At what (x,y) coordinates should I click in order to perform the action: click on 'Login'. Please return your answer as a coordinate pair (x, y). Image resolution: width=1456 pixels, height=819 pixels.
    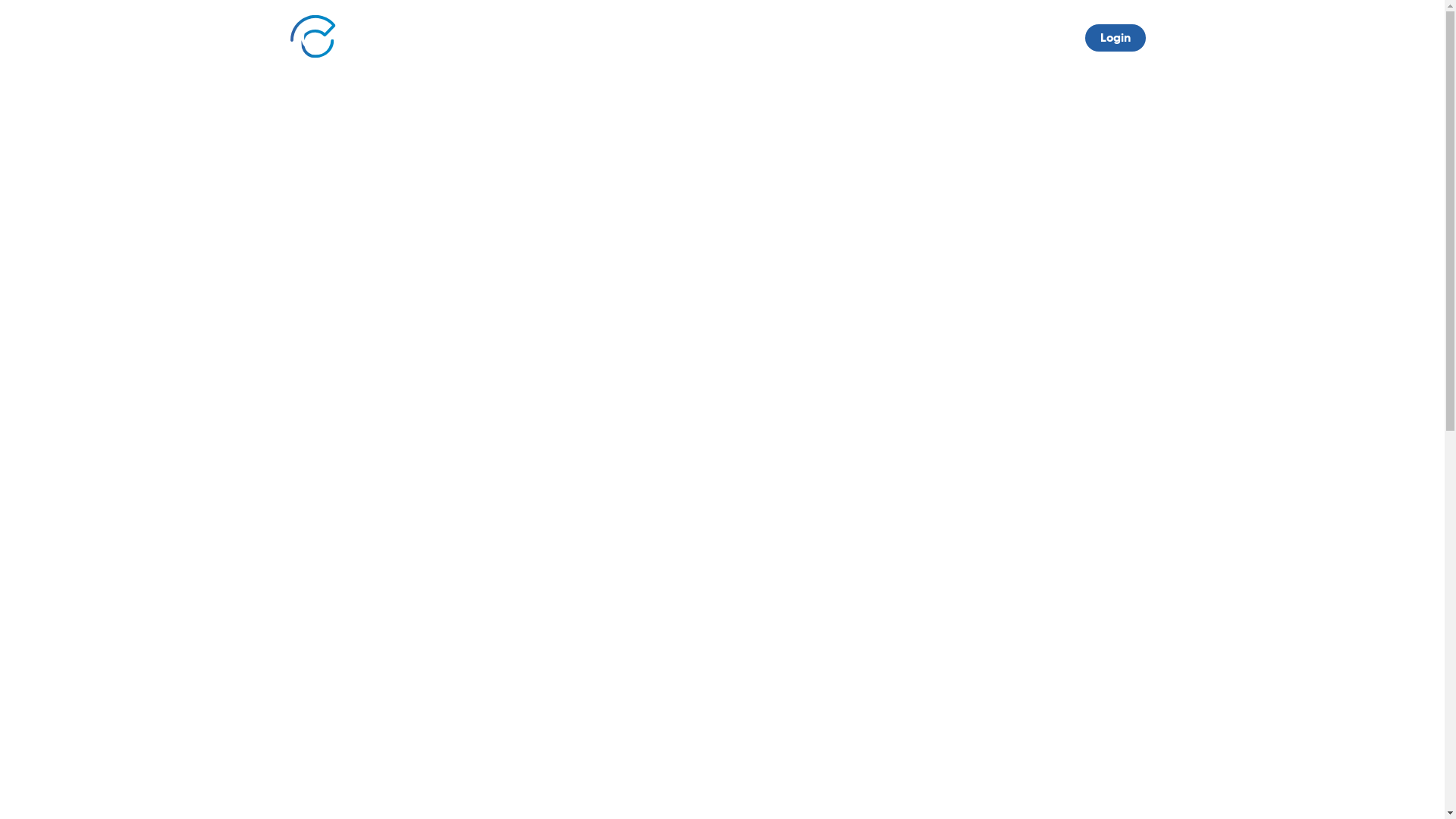
    Looking at the image, I should click on (1114, 37).